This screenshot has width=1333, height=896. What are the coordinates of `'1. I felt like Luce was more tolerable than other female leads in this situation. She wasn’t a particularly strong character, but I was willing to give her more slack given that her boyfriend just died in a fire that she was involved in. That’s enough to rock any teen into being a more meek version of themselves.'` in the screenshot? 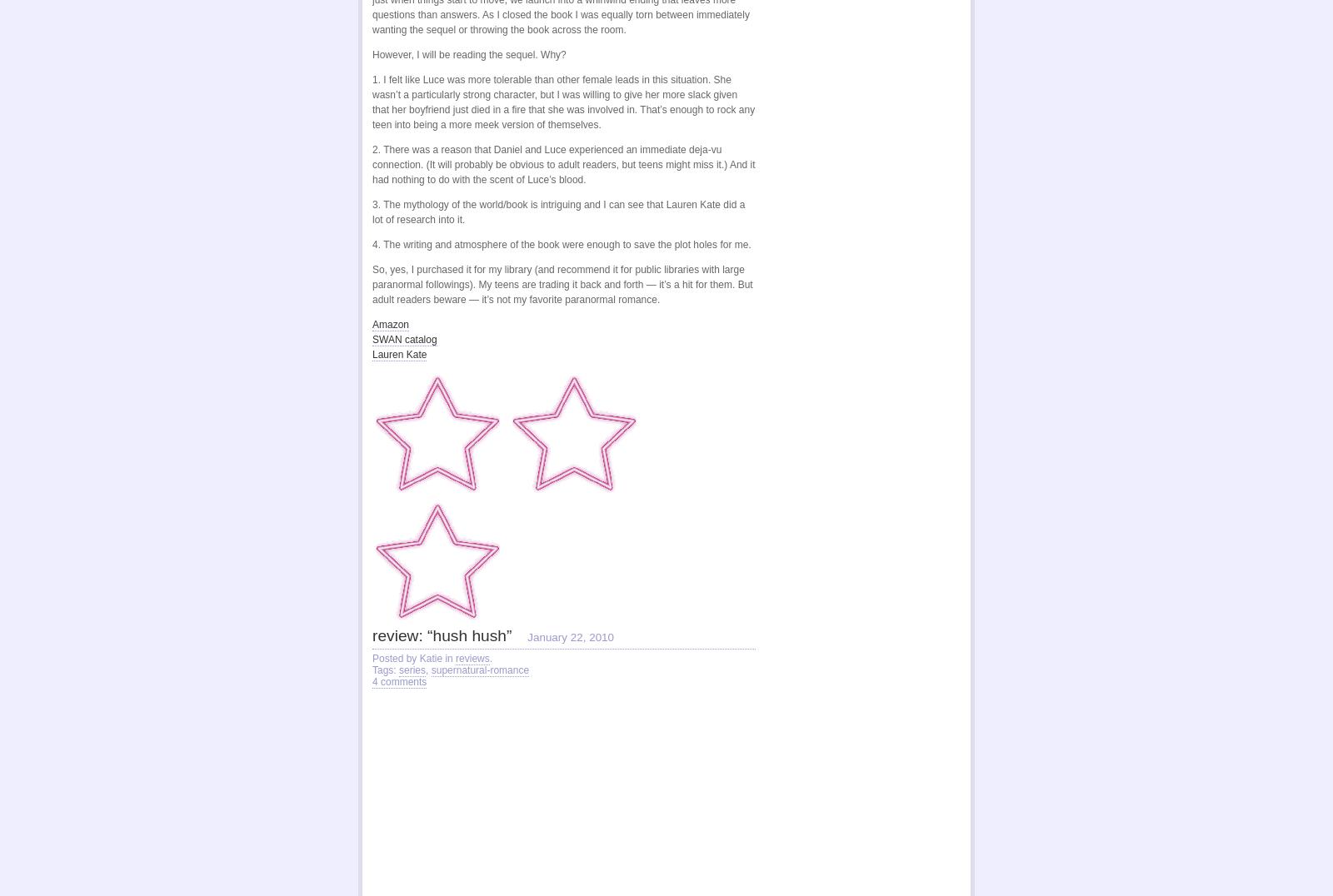 It's located at (372, 97).